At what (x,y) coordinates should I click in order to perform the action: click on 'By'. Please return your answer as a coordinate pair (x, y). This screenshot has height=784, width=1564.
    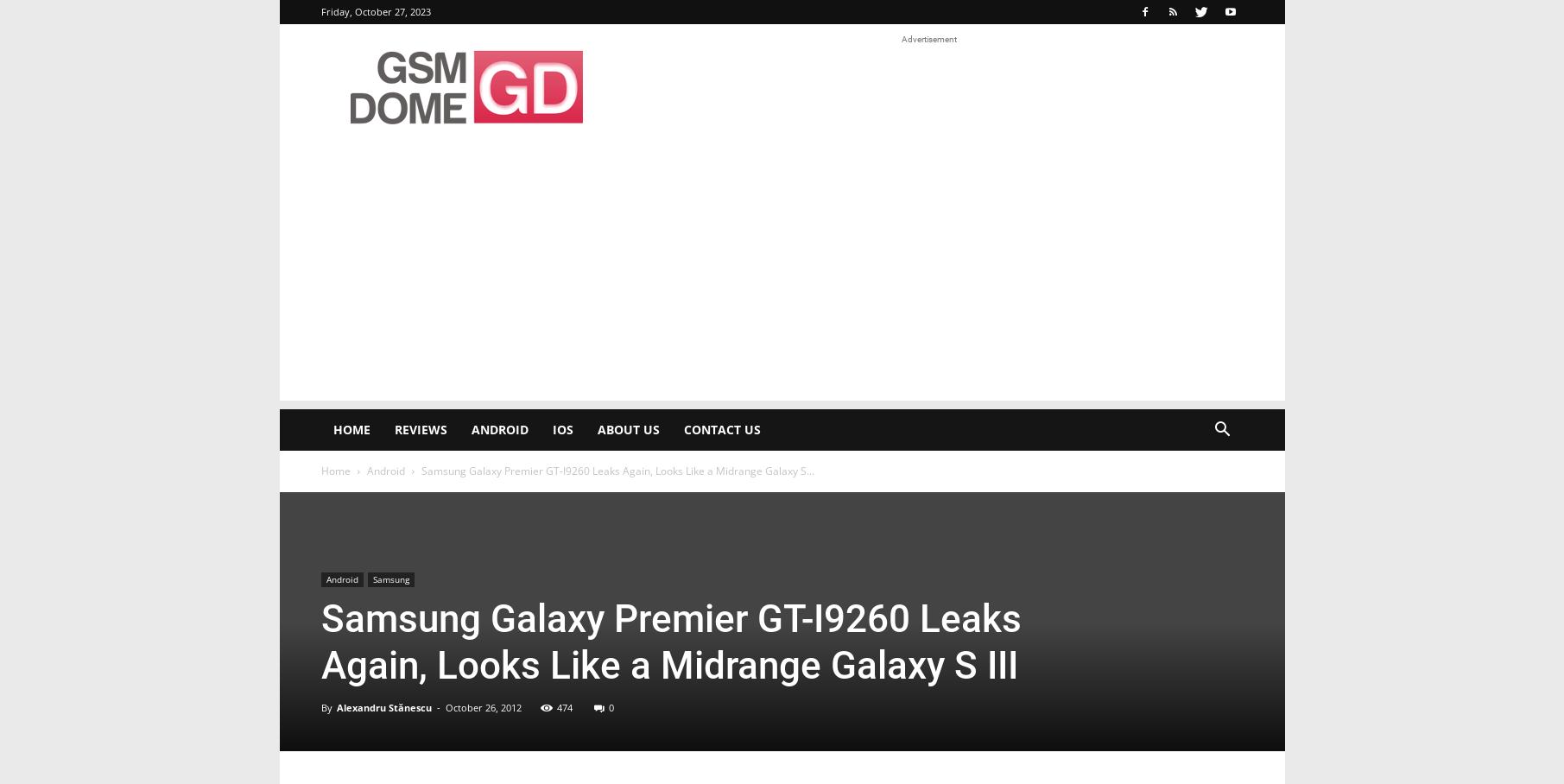
    Looking at the image, I should click on (325, 707).